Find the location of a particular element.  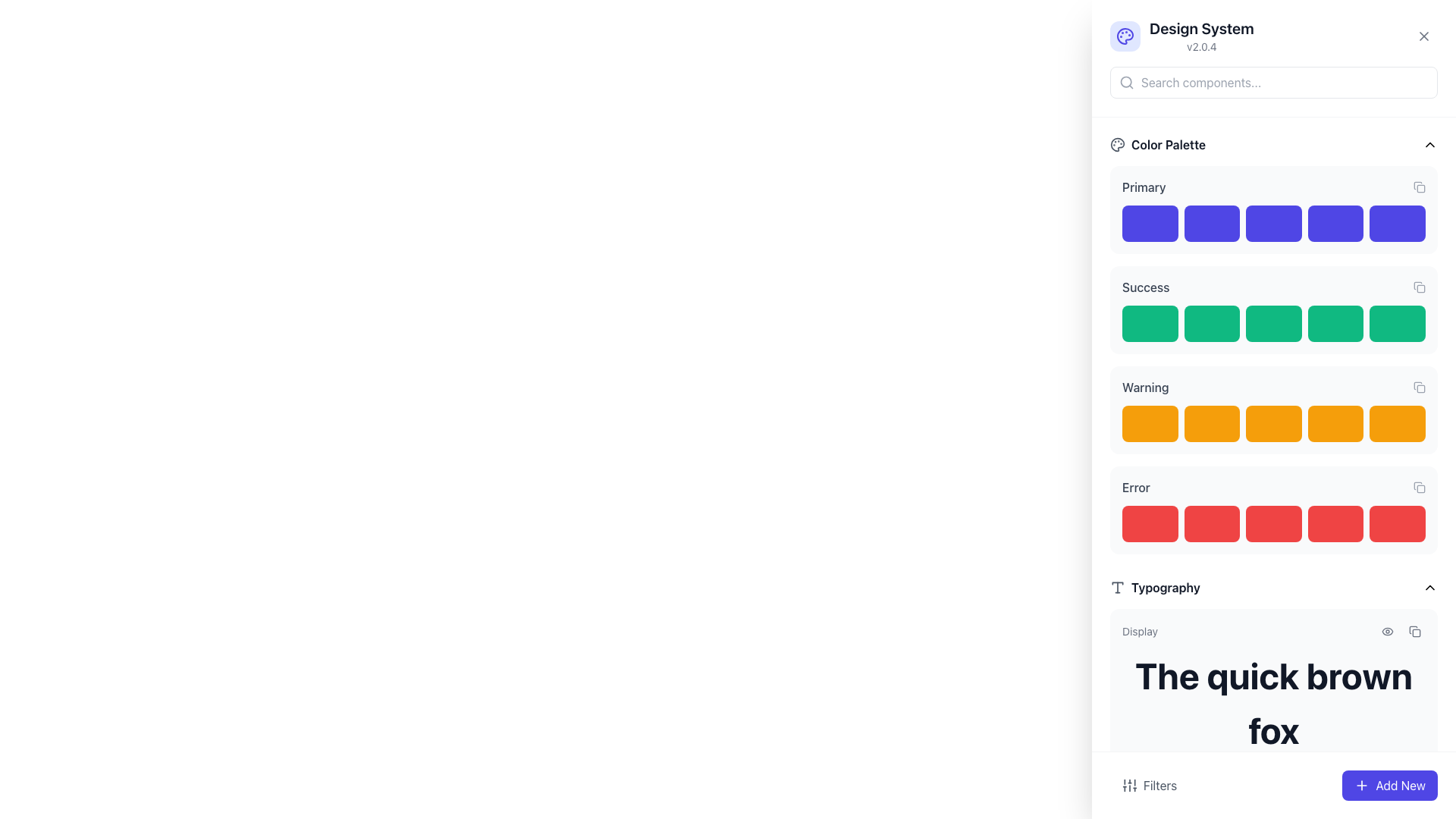

the vibrant blue rectangular block with rounded corners, which is the fifth block is located at coordinates (1397, 223).